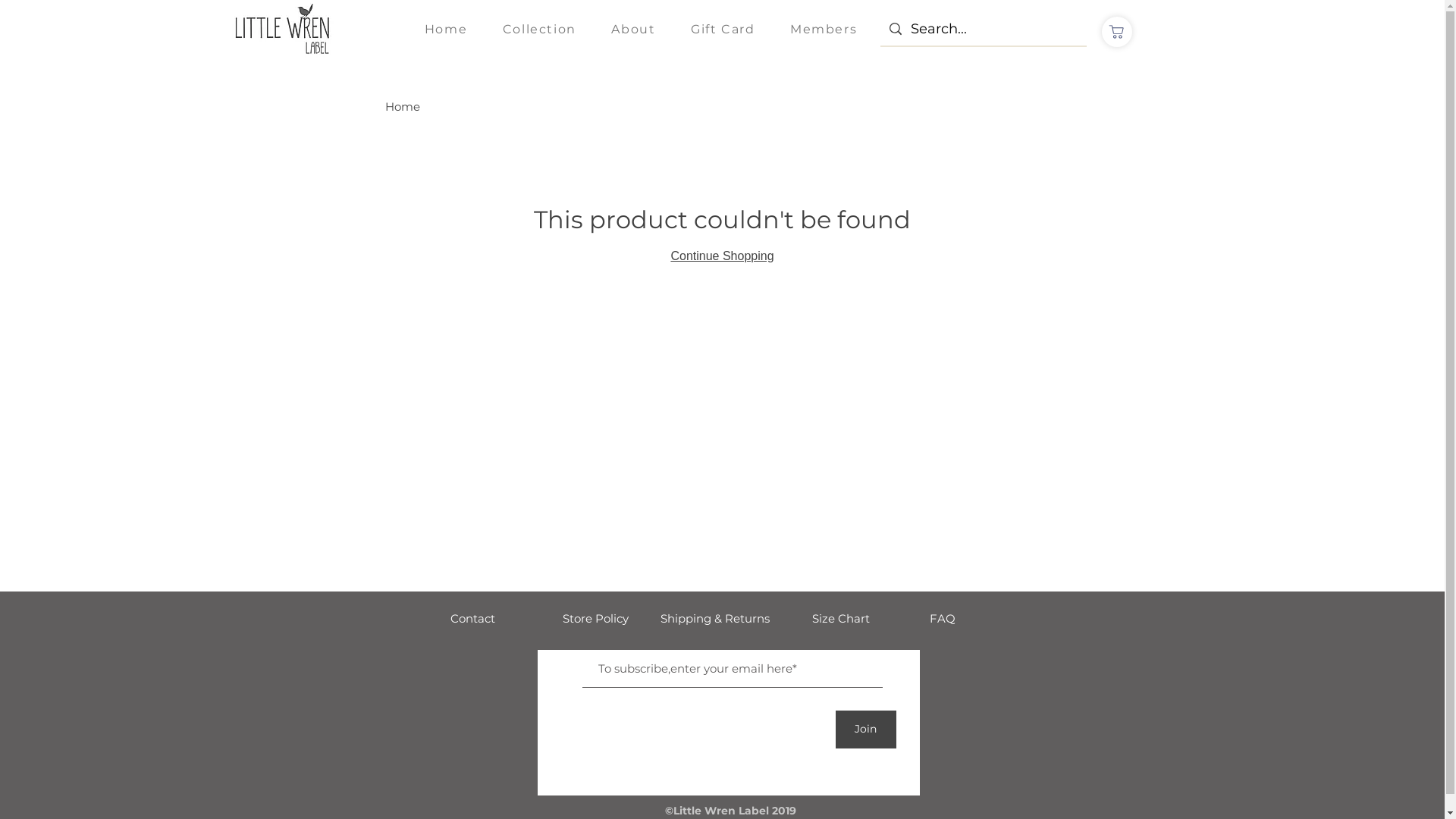  I want to click on 'Continue Shopping', so click(720, 255).